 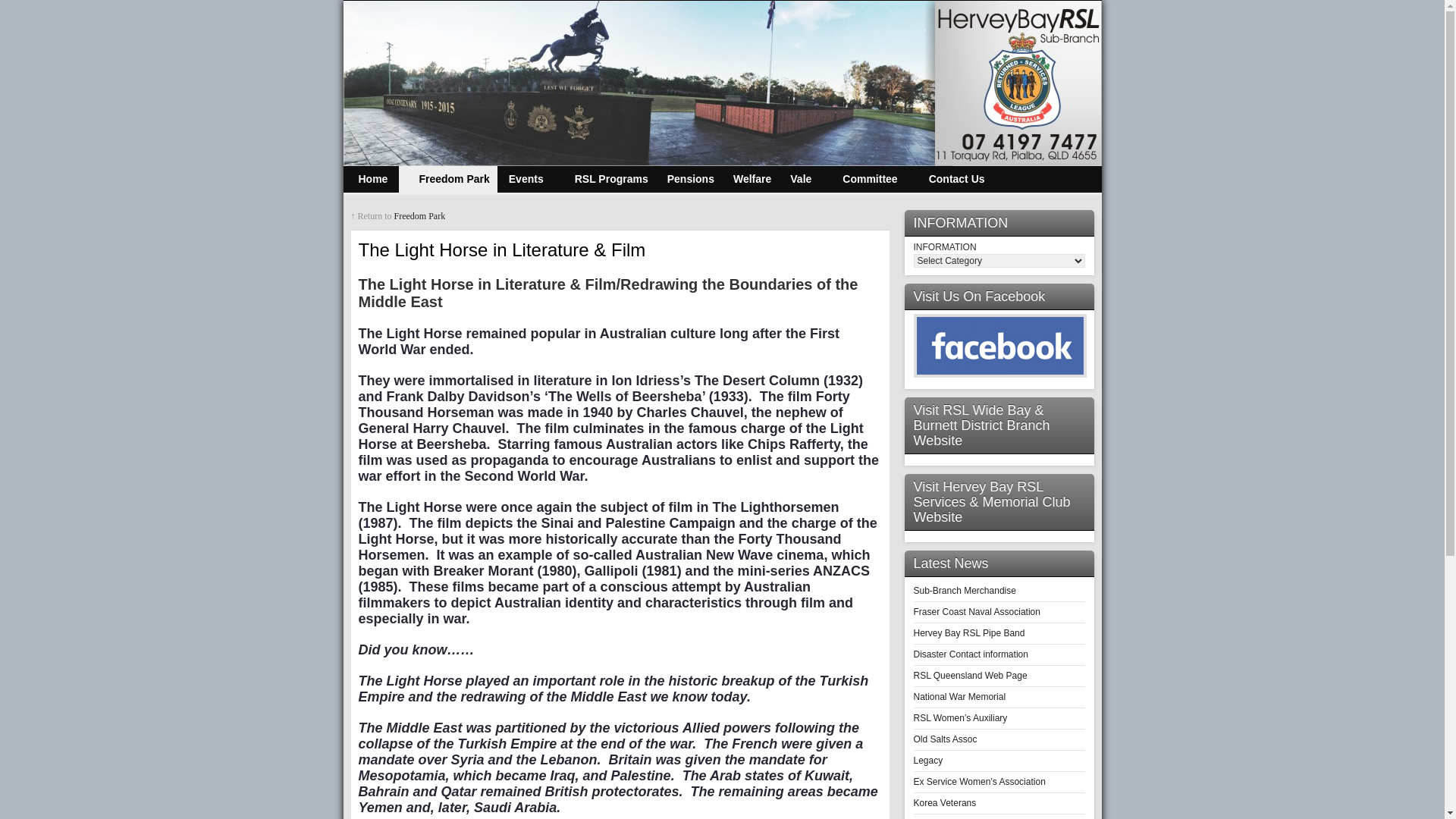 What do you see at coordinates (927, 760) in the screenshot?
I see `'Legacy'` at bounding box center [927, 760].